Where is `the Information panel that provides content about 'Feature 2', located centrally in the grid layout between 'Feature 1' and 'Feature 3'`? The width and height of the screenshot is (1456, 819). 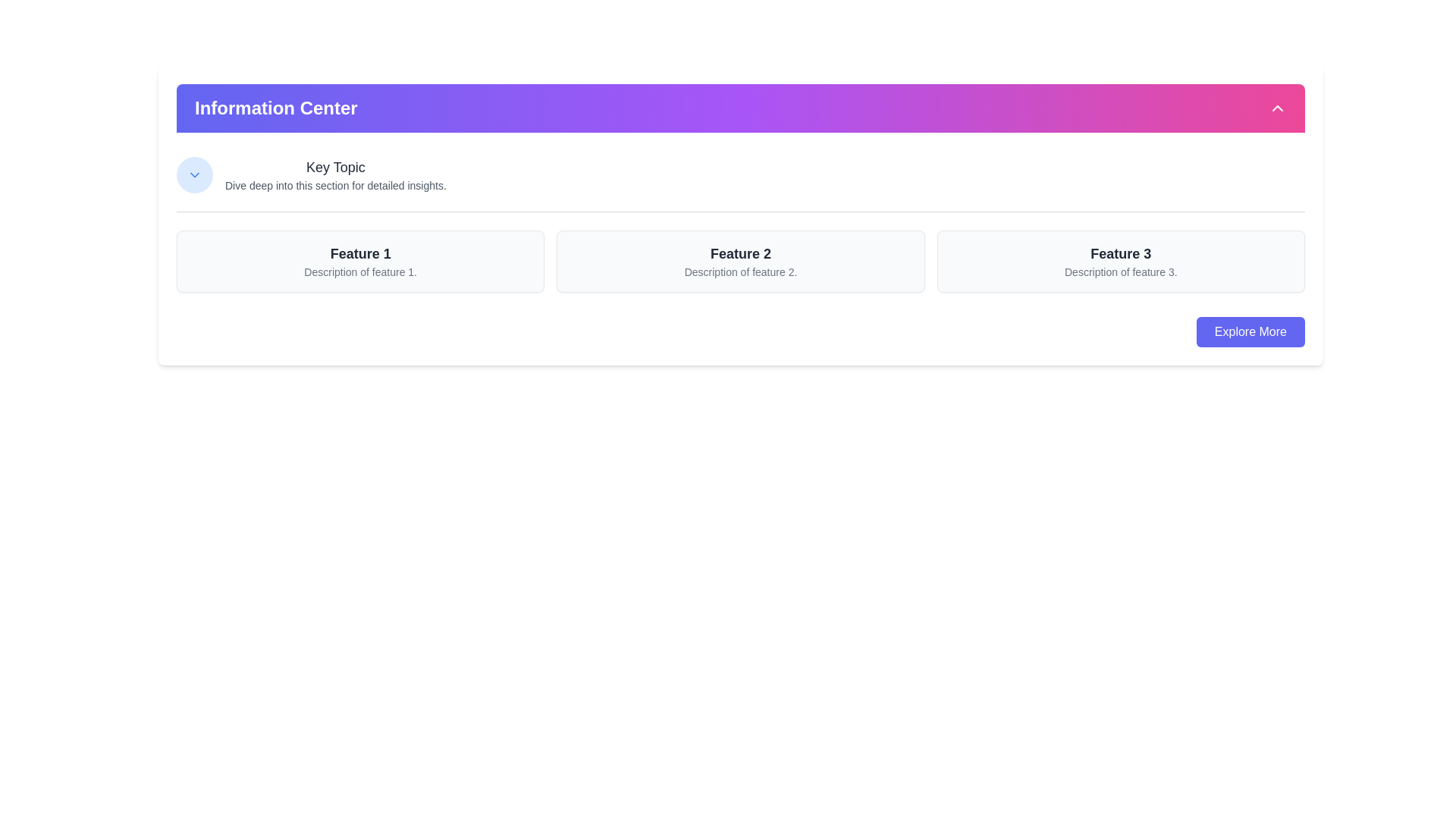
the Information panel that provides content about 'Feature 2', located centrally in the grid layout between 'Feature 1' and 'Feature 3' is located at coordinates (740, 260).